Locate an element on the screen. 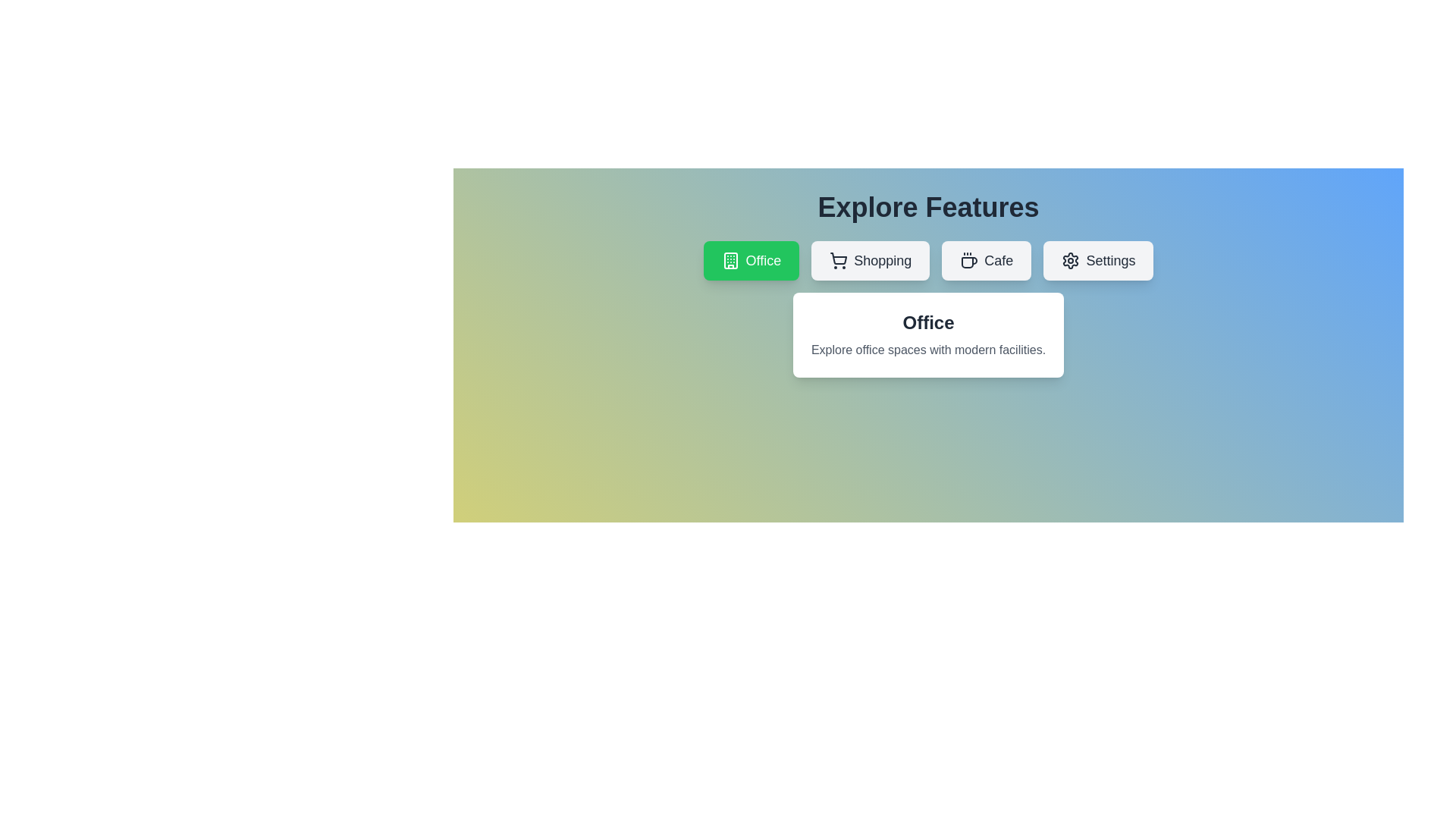  the tab labeled Cafe is located at coordinates (987, 259).